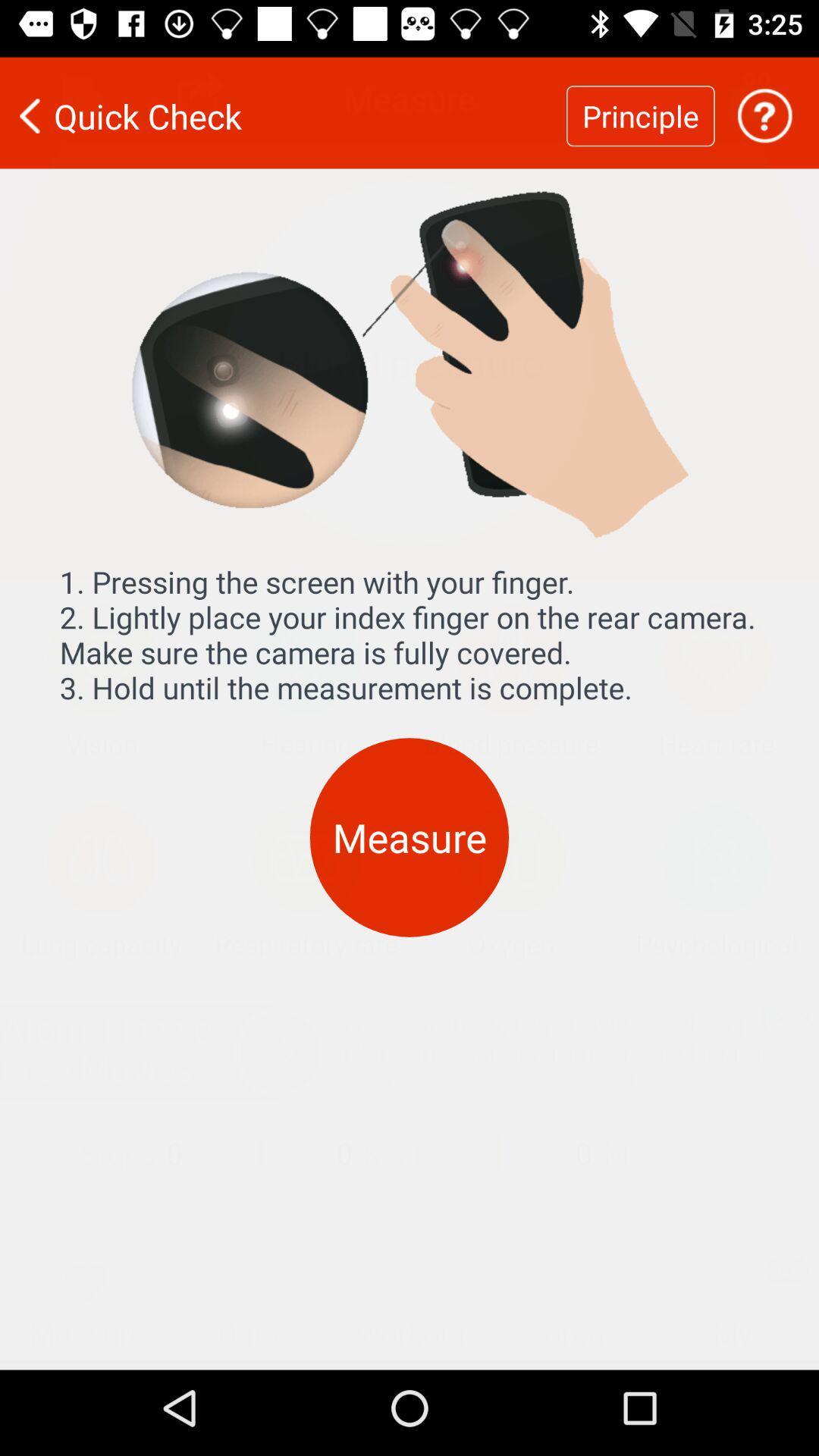 The image size is (819, 1456). What do you see at coordinates (640, 105) in the screenshot?
I see `the item to the right of the quick check` at bounding box center [640, 105].